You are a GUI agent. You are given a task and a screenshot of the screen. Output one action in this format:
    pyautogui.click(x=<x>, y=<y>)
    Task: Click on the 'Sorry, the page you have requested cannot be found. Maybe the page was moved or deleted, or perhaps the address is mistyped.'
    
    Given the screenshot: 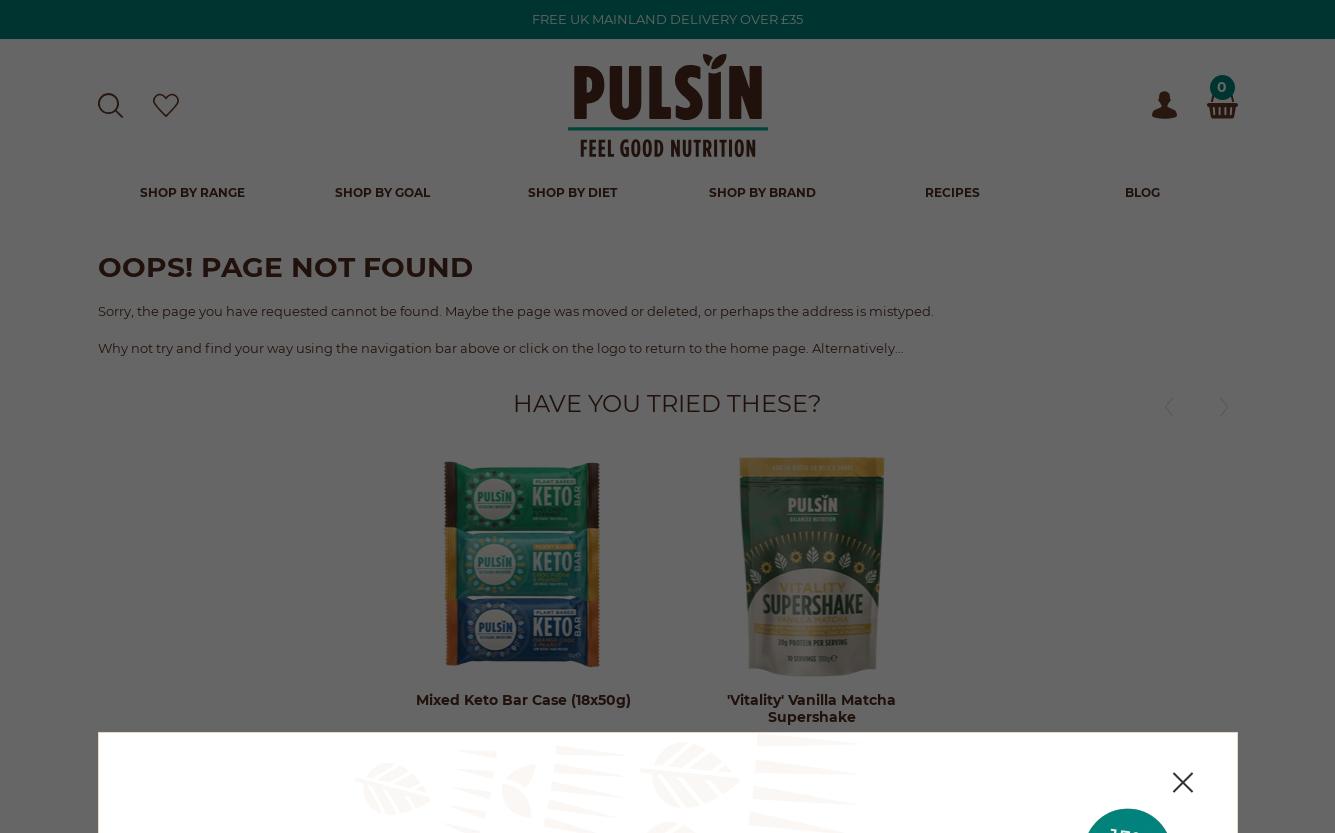 What is the action you would take?
    pyautogui.click(x=515, y=308)
    